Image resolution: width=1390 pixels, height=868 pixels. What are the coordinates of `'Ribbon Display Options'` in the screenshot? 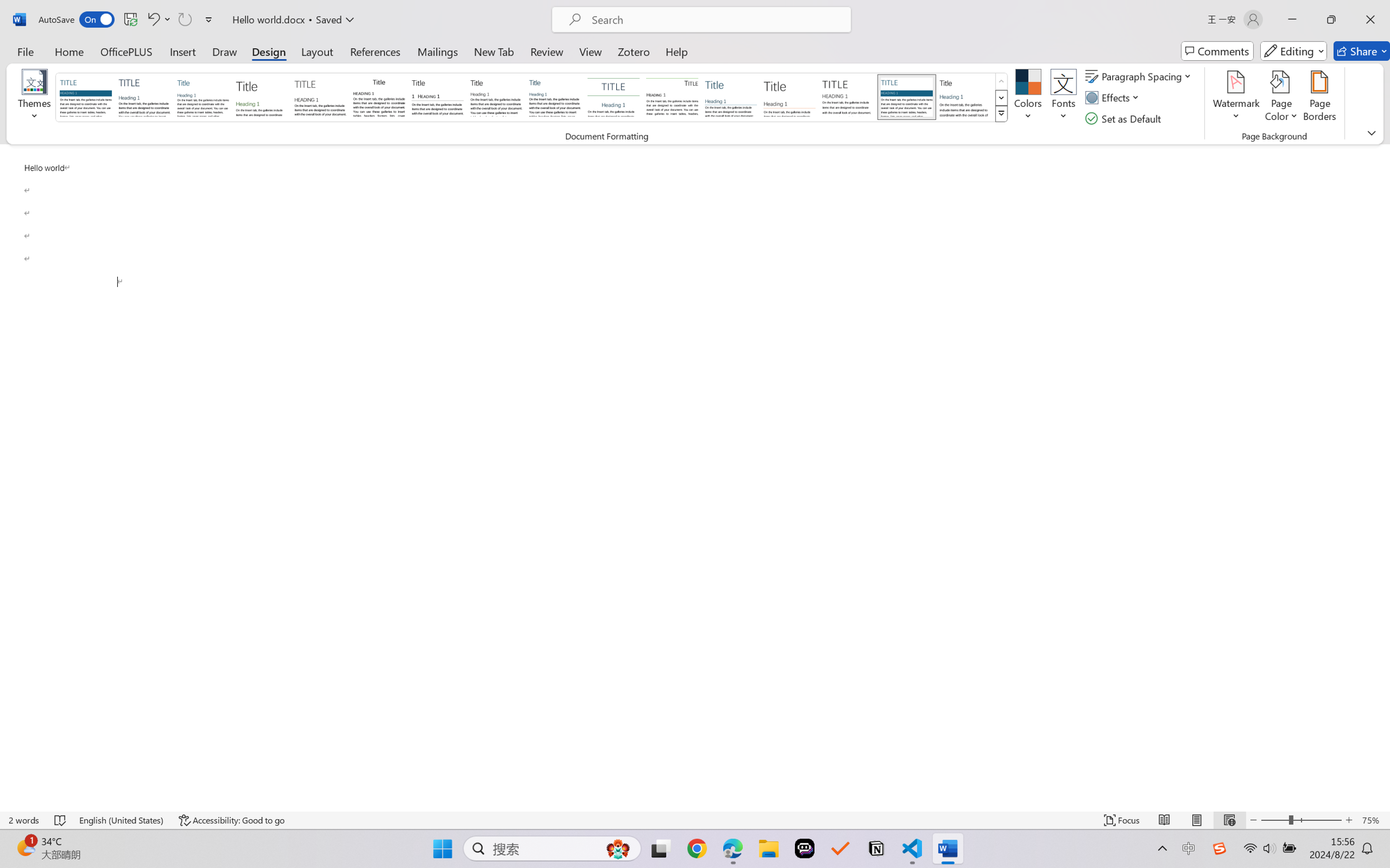 It's located at (1371, 133).